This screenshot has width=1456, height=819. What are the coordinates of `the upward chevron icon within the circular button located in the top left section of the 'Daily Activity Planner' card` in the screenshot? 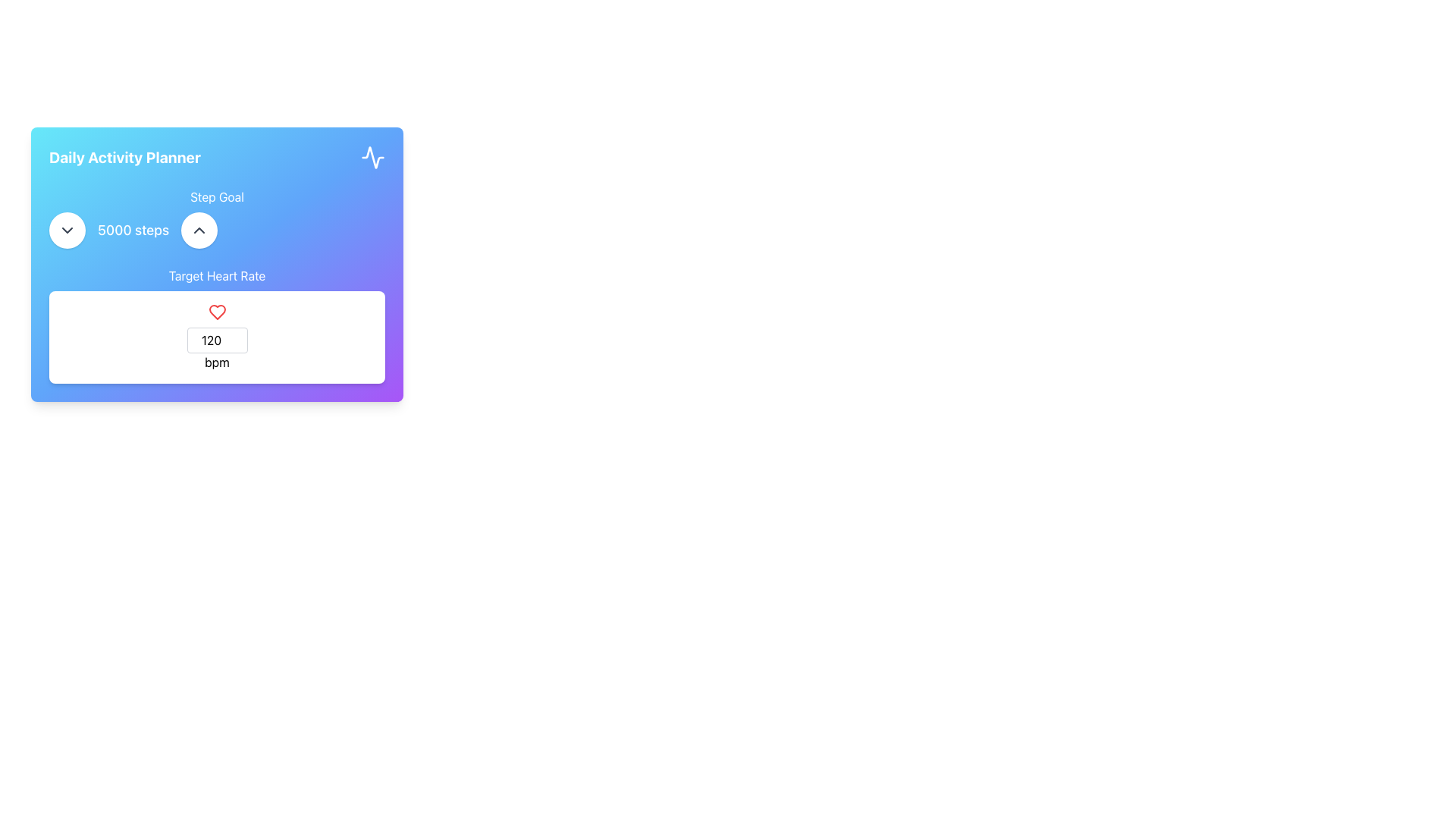 It's located at (199, 231).